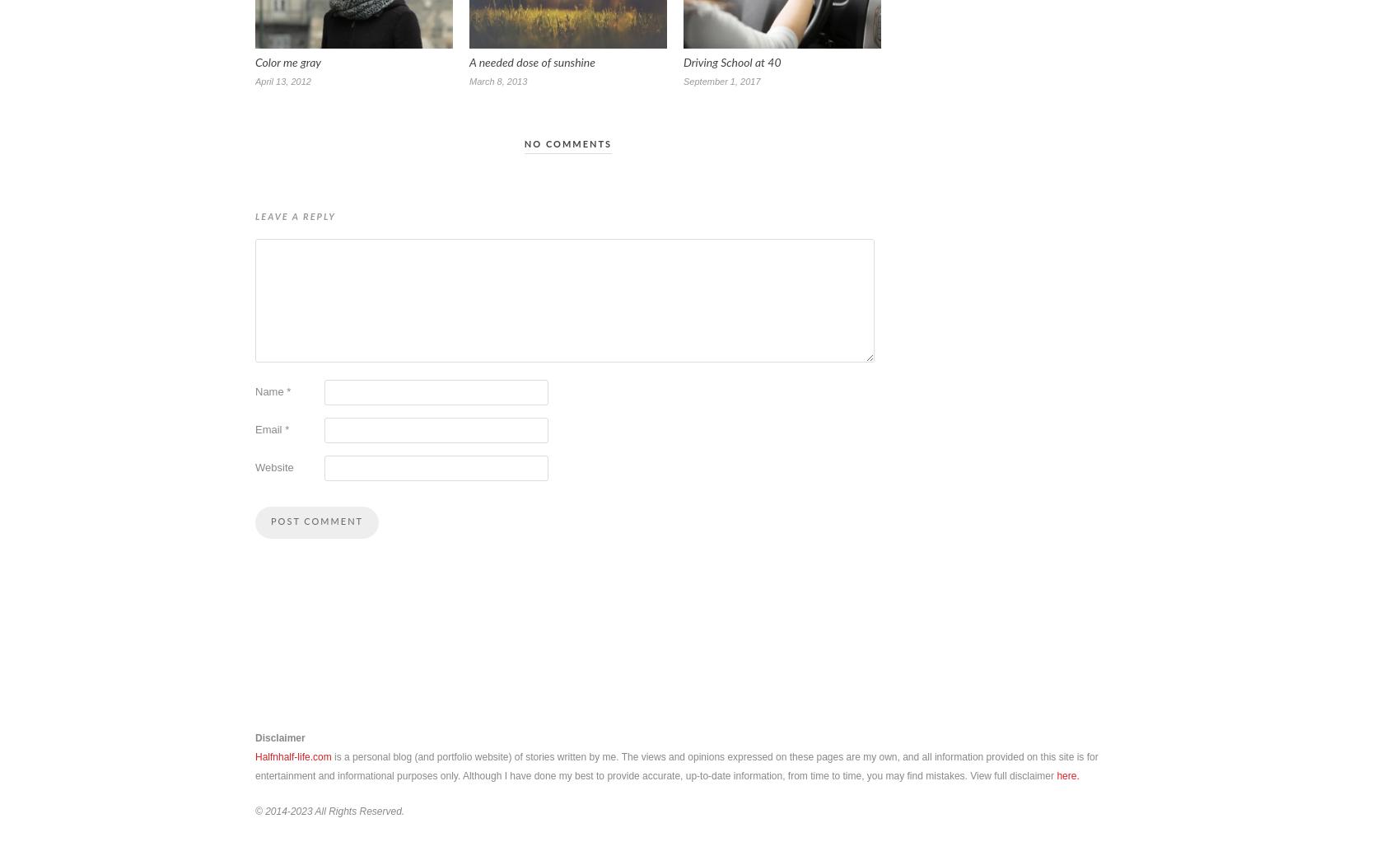 This screenshot has width=1400, height=842. What do you see at coordinates (287, 62) in the screenshot?
I see `'Color me gray'` at bounding box center [287, 62].